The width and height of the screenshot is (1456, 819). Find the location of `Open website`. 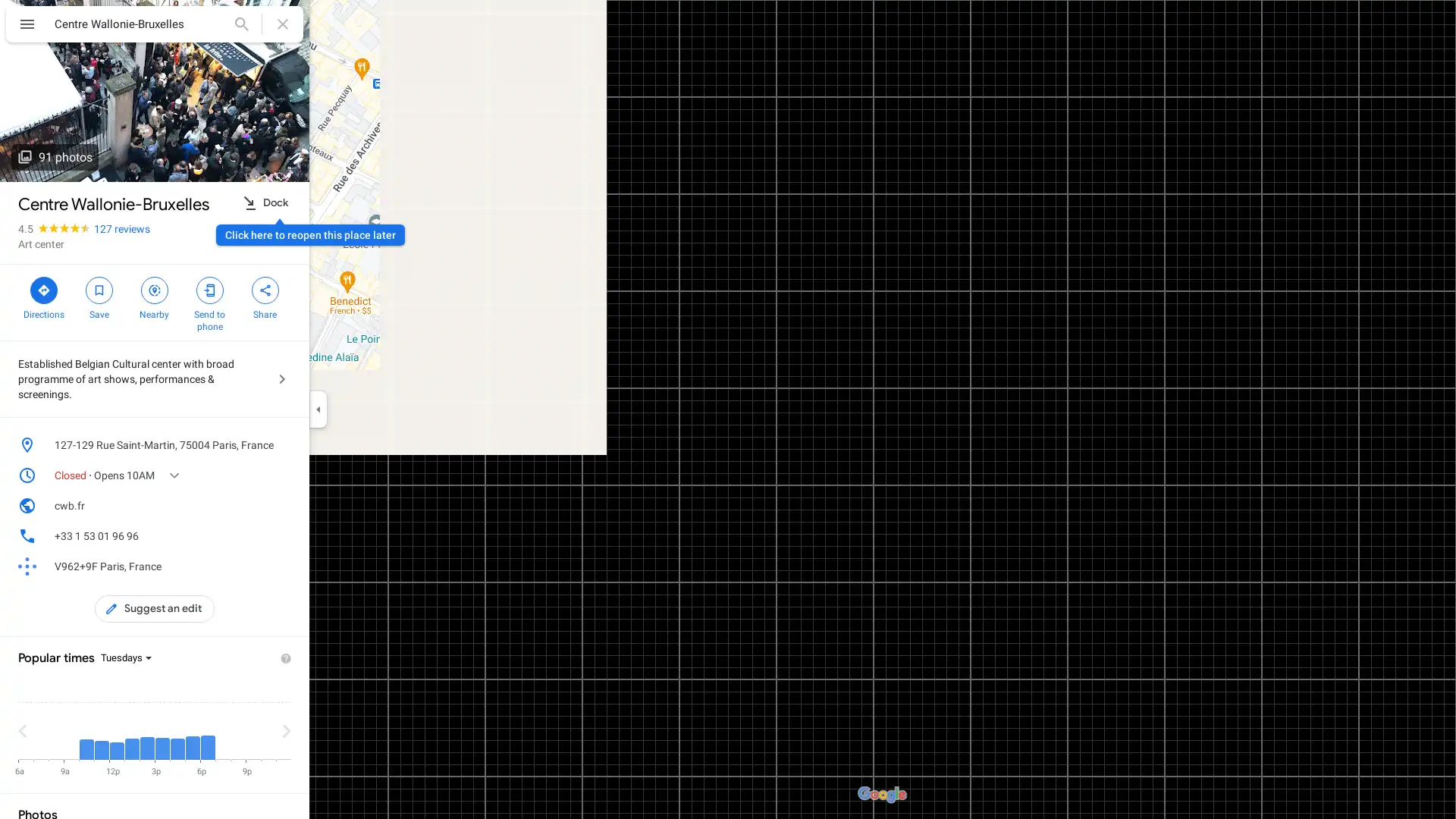

Open website is located at coordinates (261, 506).